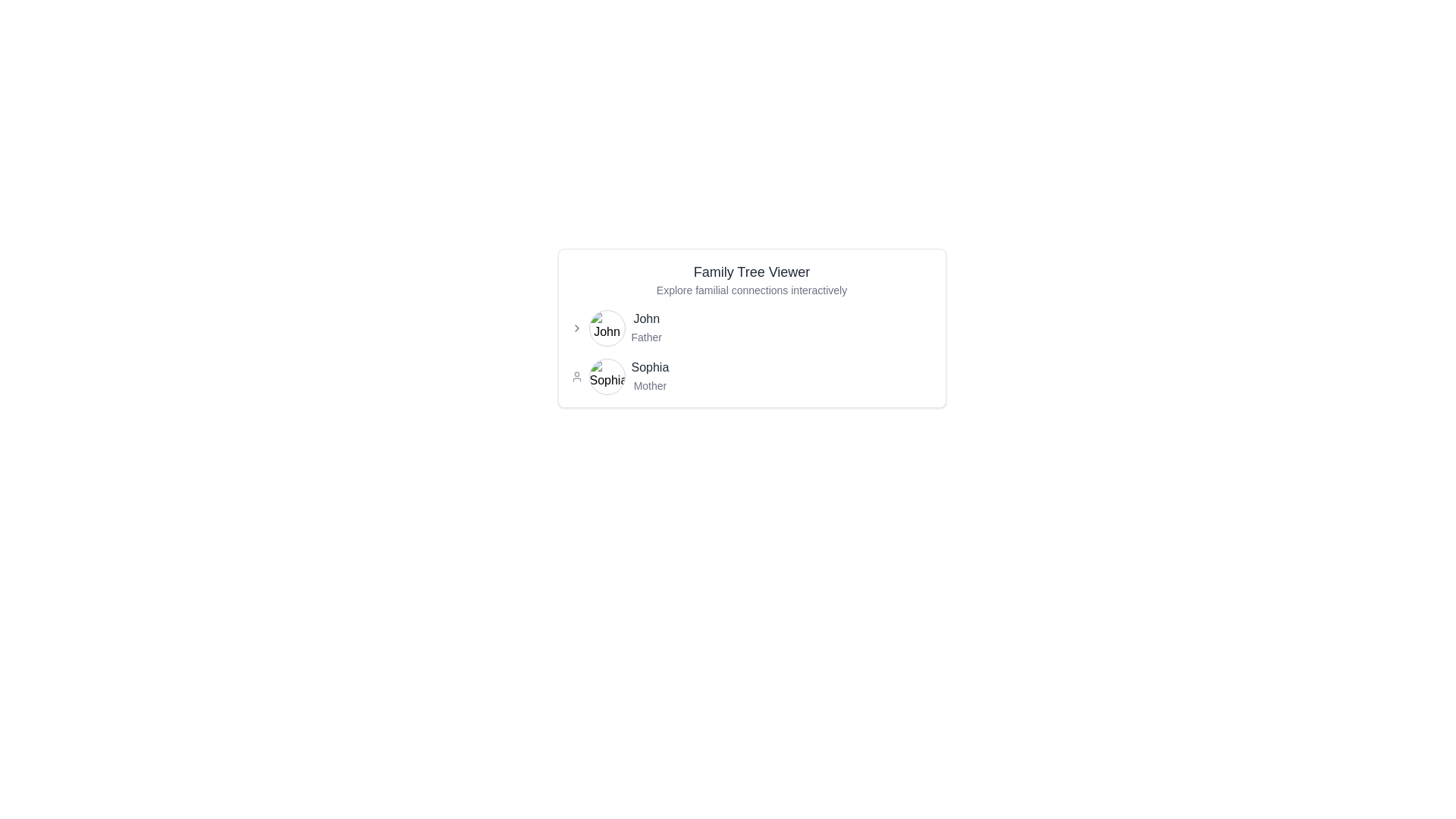  I want to click on the circular profile picture image of 'John' with a thin gray border, located to the left of the text 'JohnFather', so click(607, 327).